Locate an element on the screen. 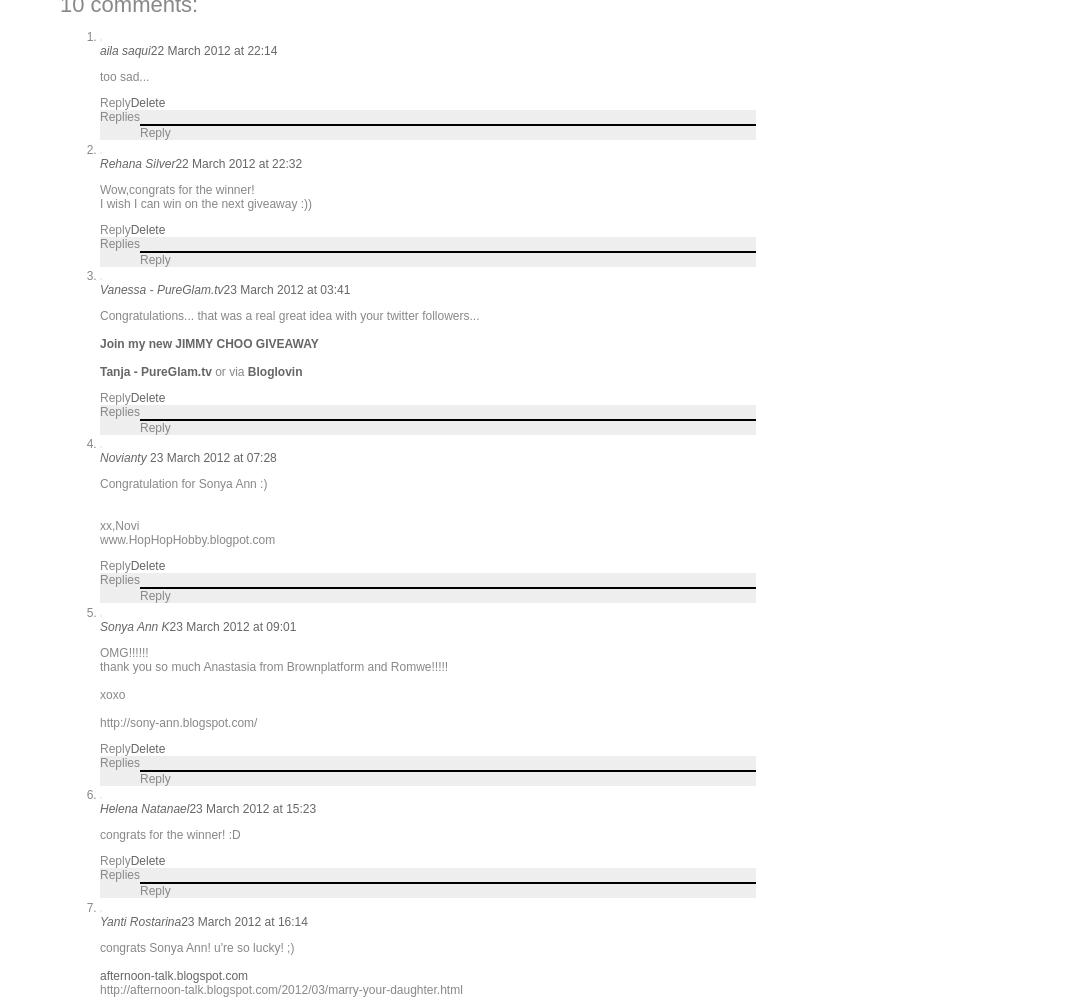  'Congratulation for Sonya Ann :)' is located at coordinates (99, 484).